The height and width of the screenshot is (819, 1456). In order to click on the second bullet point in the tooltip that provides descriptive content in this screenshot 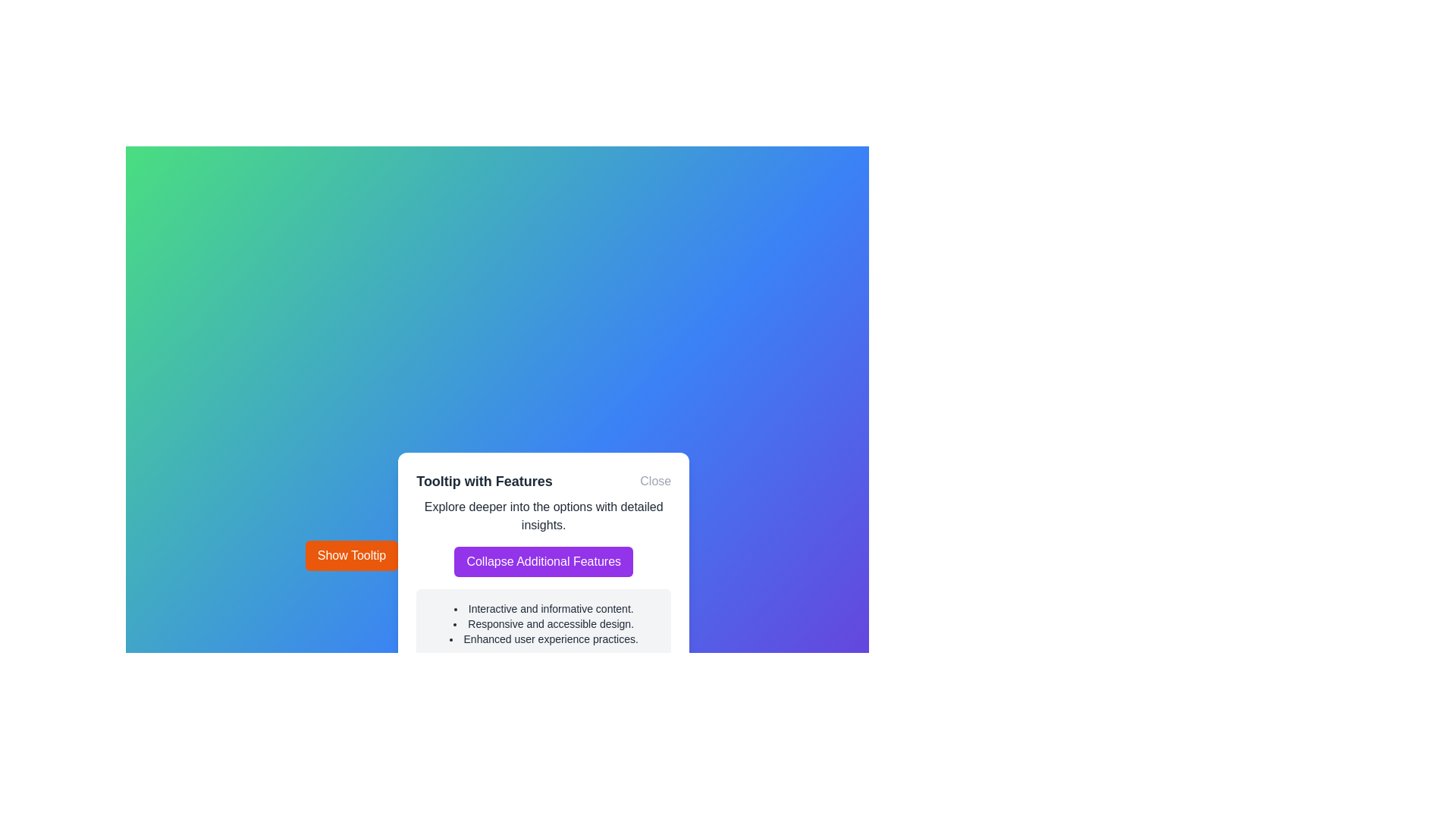, I will do `click(544, 623)`.